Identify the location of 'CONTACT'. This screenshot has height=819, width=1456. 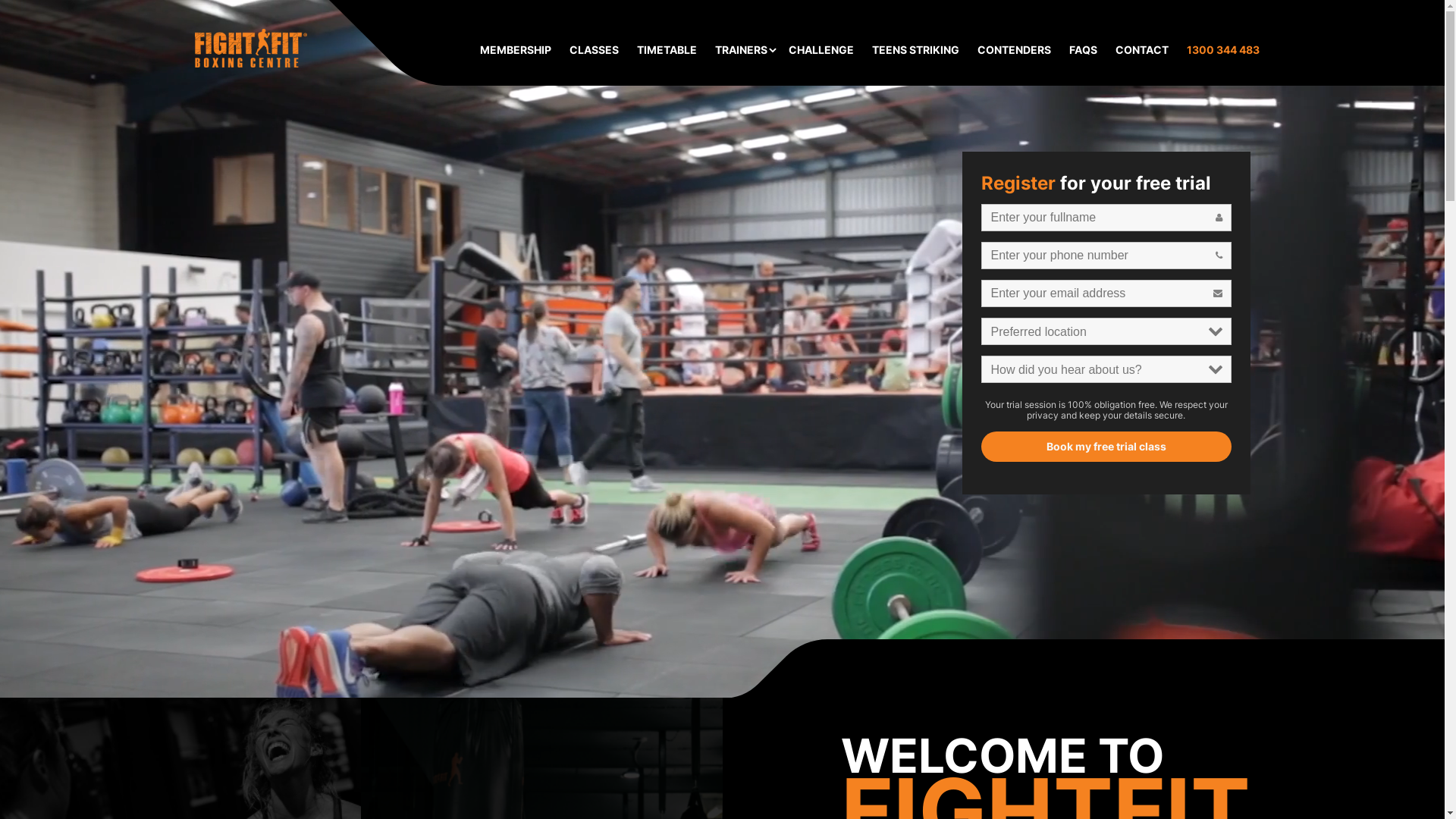
(1141, 49).